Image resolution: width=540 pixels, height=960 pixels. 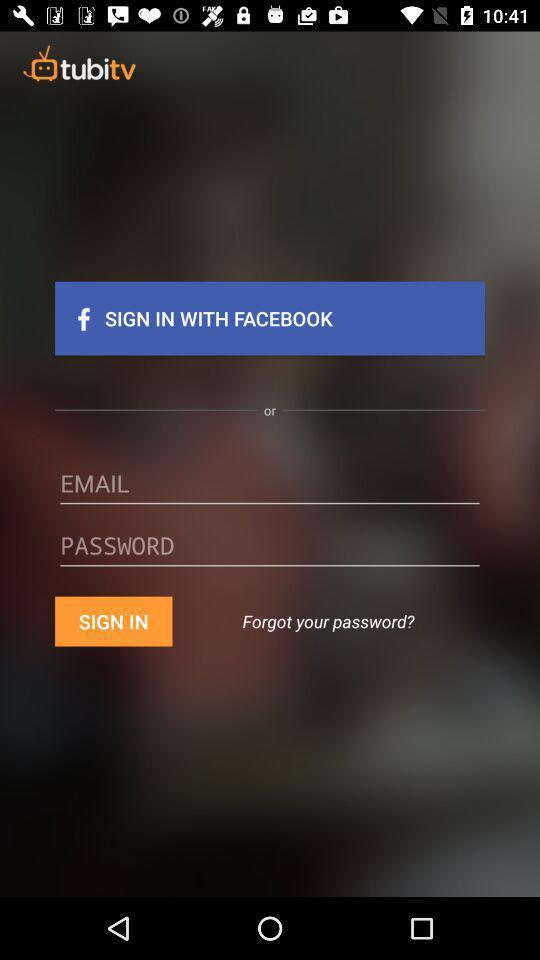 What do you see at coordinates (270, 489) in the screenshot?
I see `type in email address` at bounding box center [270, 489].